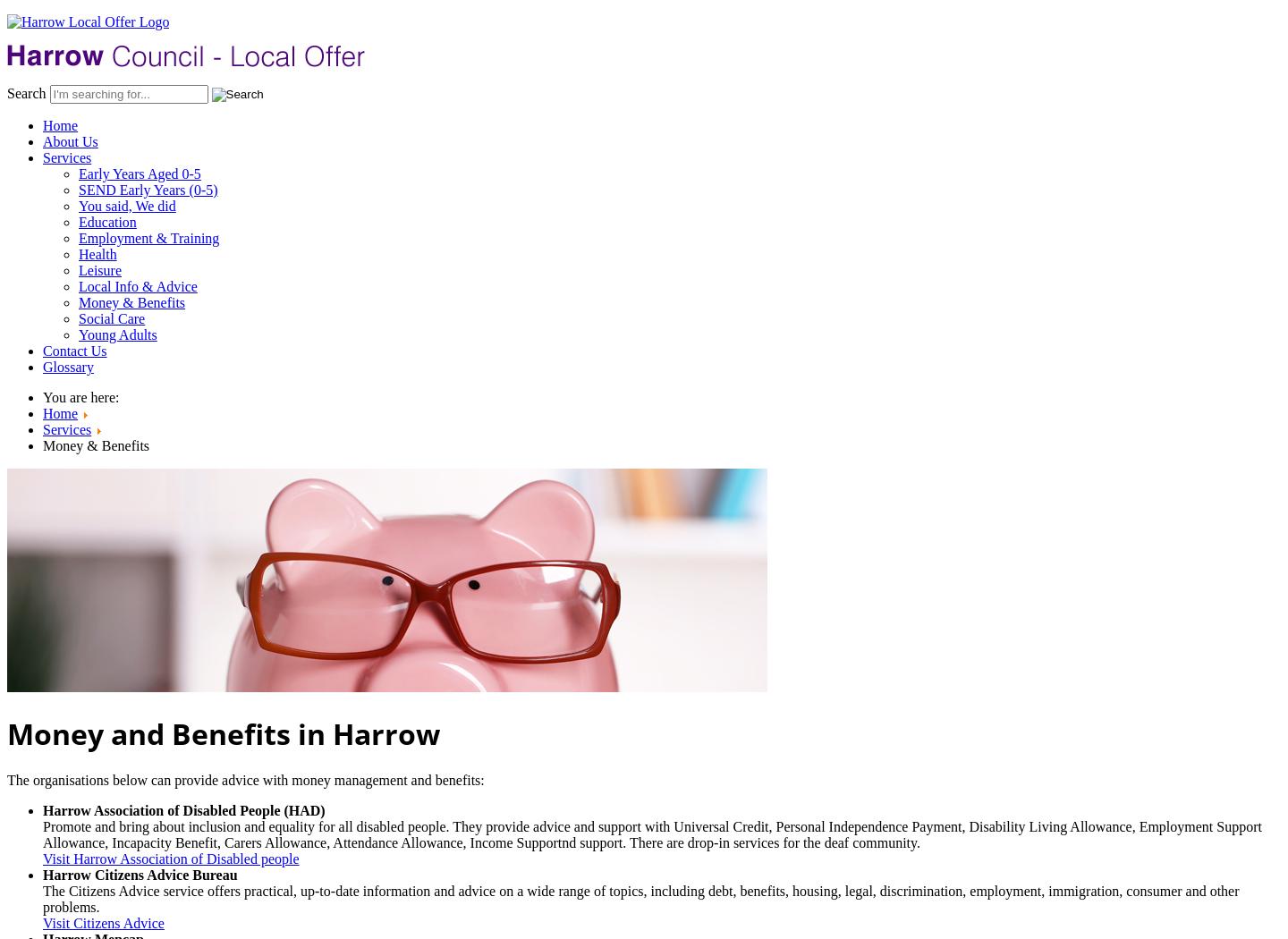 The height and width of the screenshot is (939, 1288). I want to click on 'Money and Benefits in Harrow', so click(222, 732).